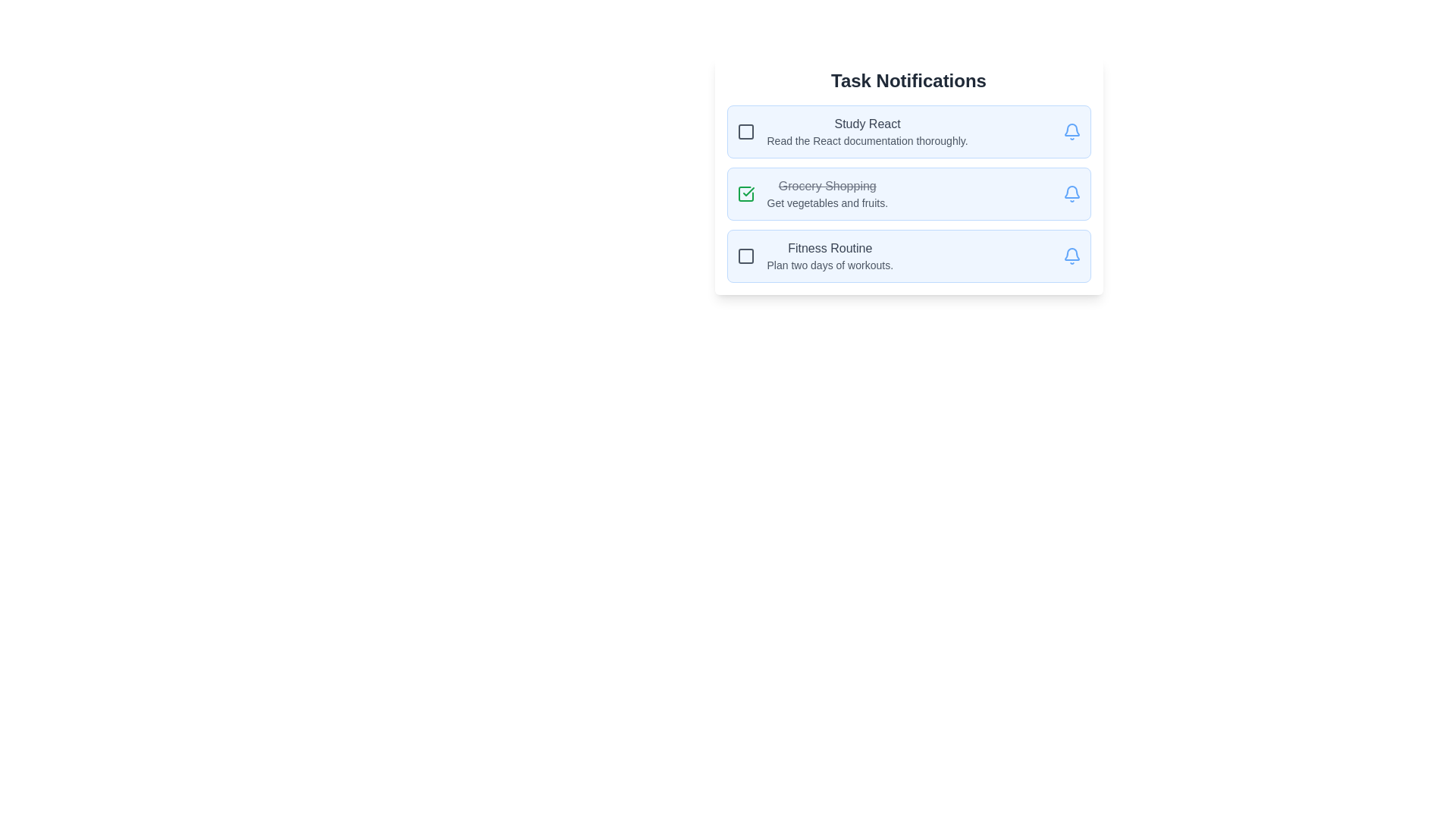  I want to click on the checkbox of the second task item in the grocery shopping list, so click(908, 174).